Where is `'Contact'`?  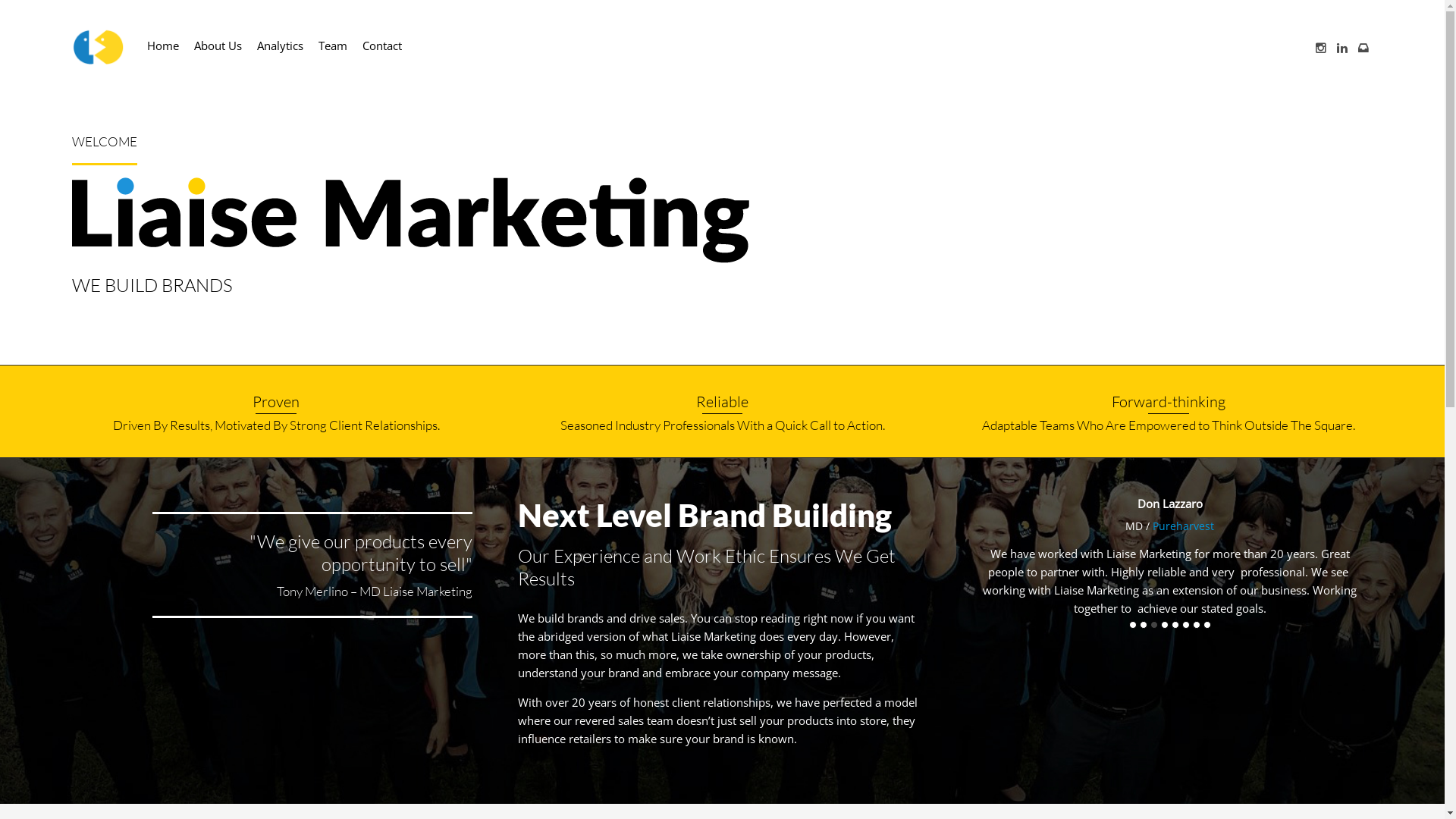 'Contact' is located at coordinates (382, 45).